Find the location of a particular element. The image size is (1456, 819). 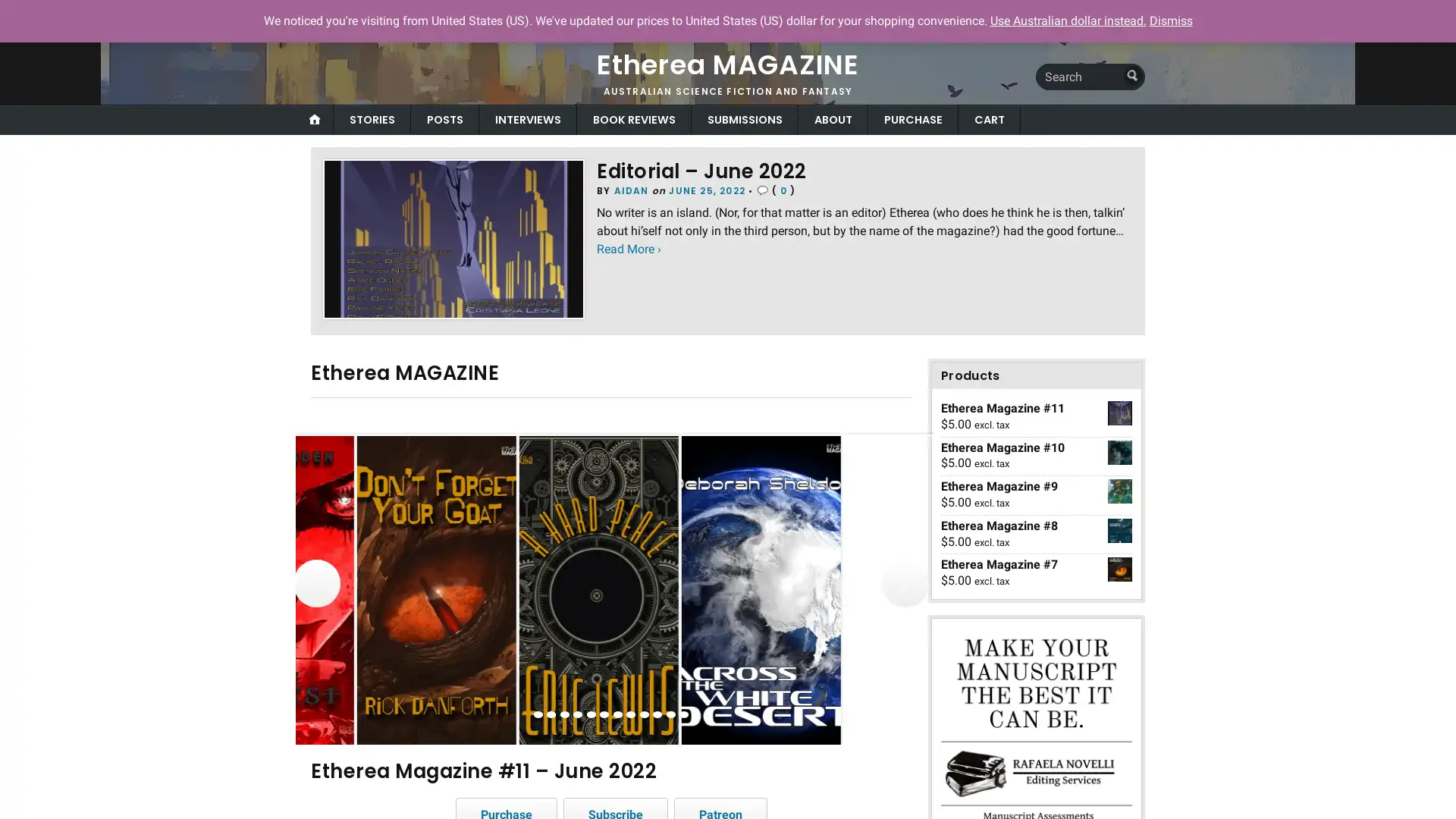

view image 3 of 12 in carousel is located at coordinates (563, 714).